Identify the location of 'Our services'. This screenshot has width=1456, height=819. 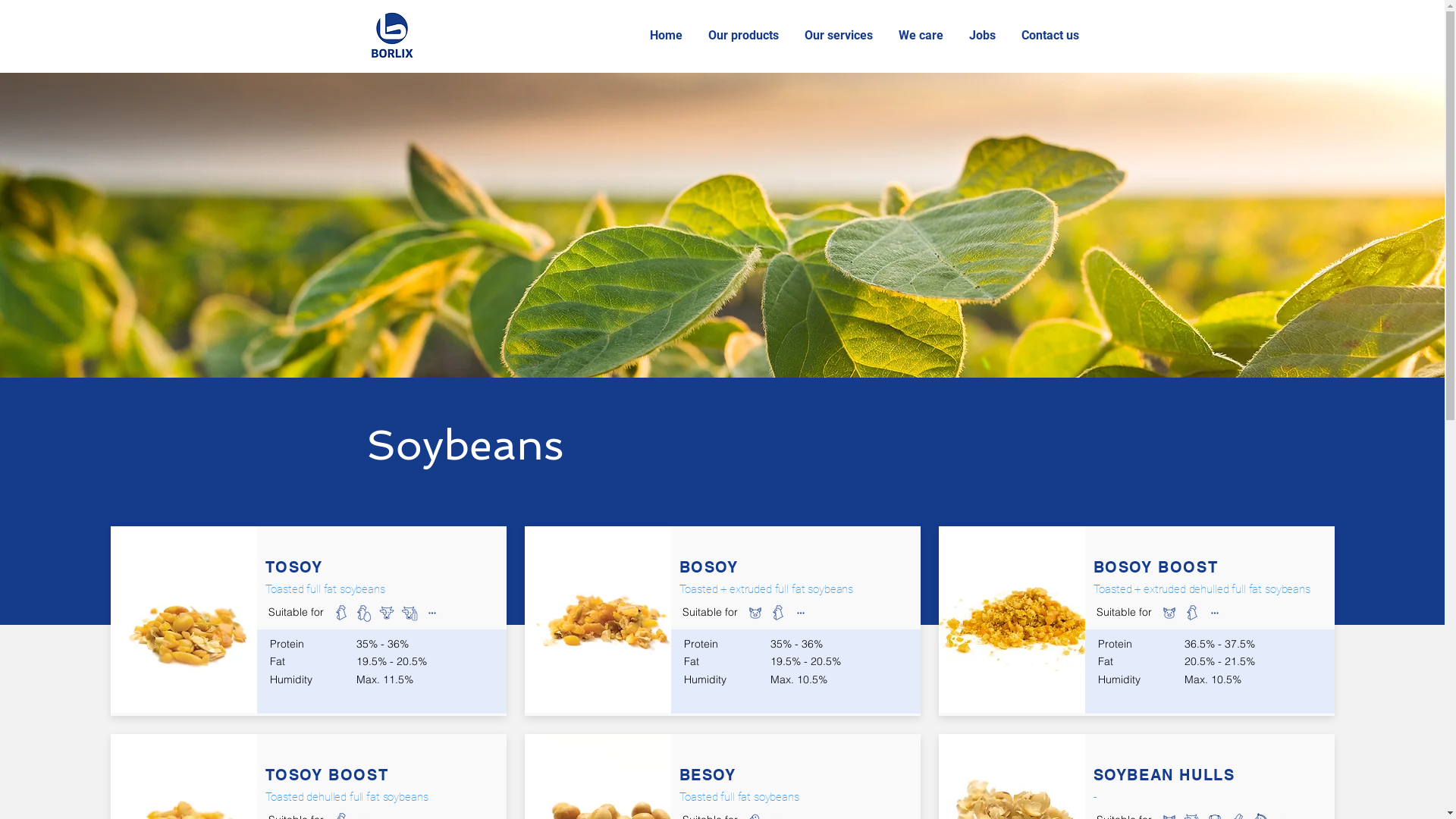
(839, 34).